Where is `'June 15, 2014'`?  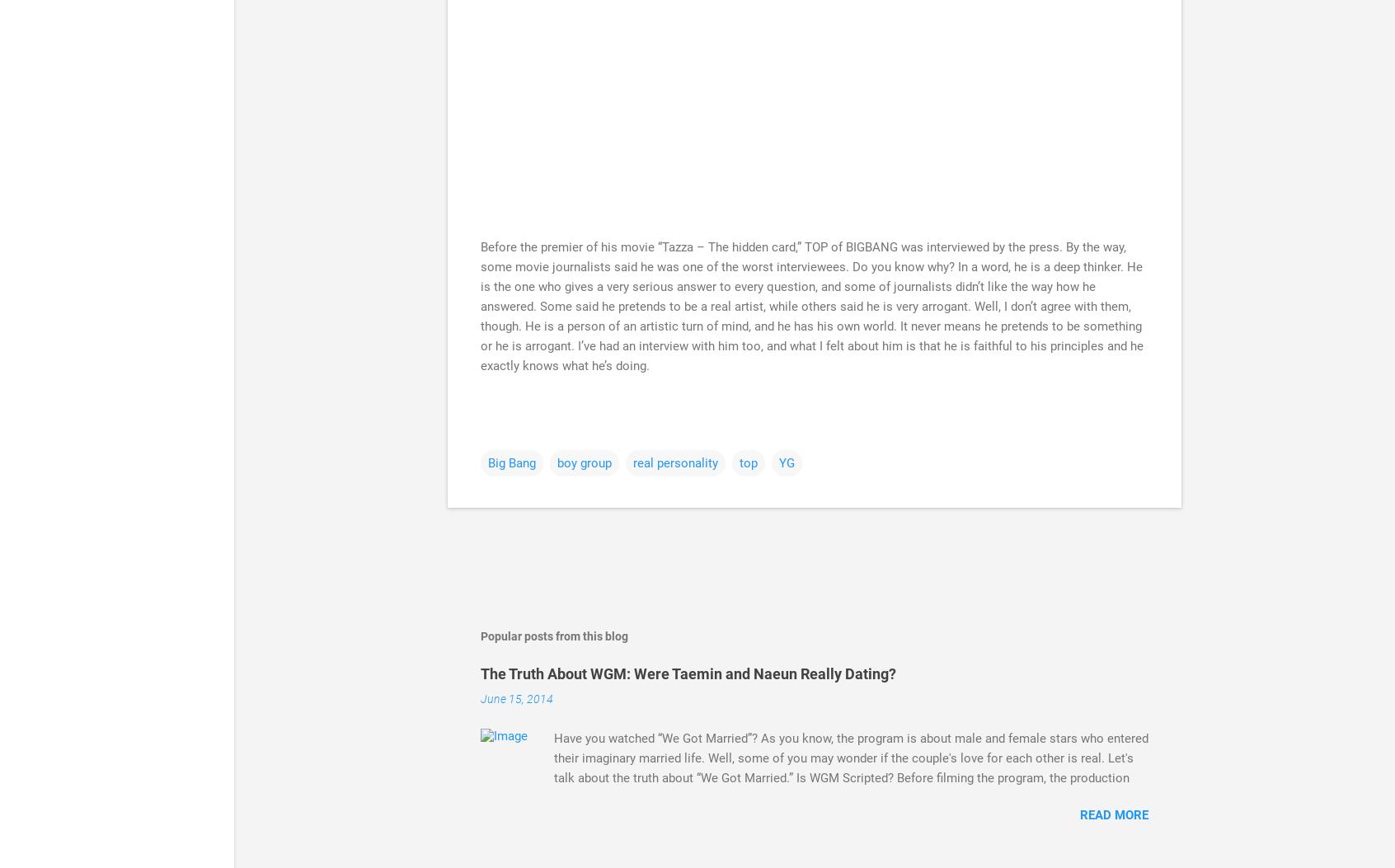 'June 15, 2014' is located at coordinates (516, 697).